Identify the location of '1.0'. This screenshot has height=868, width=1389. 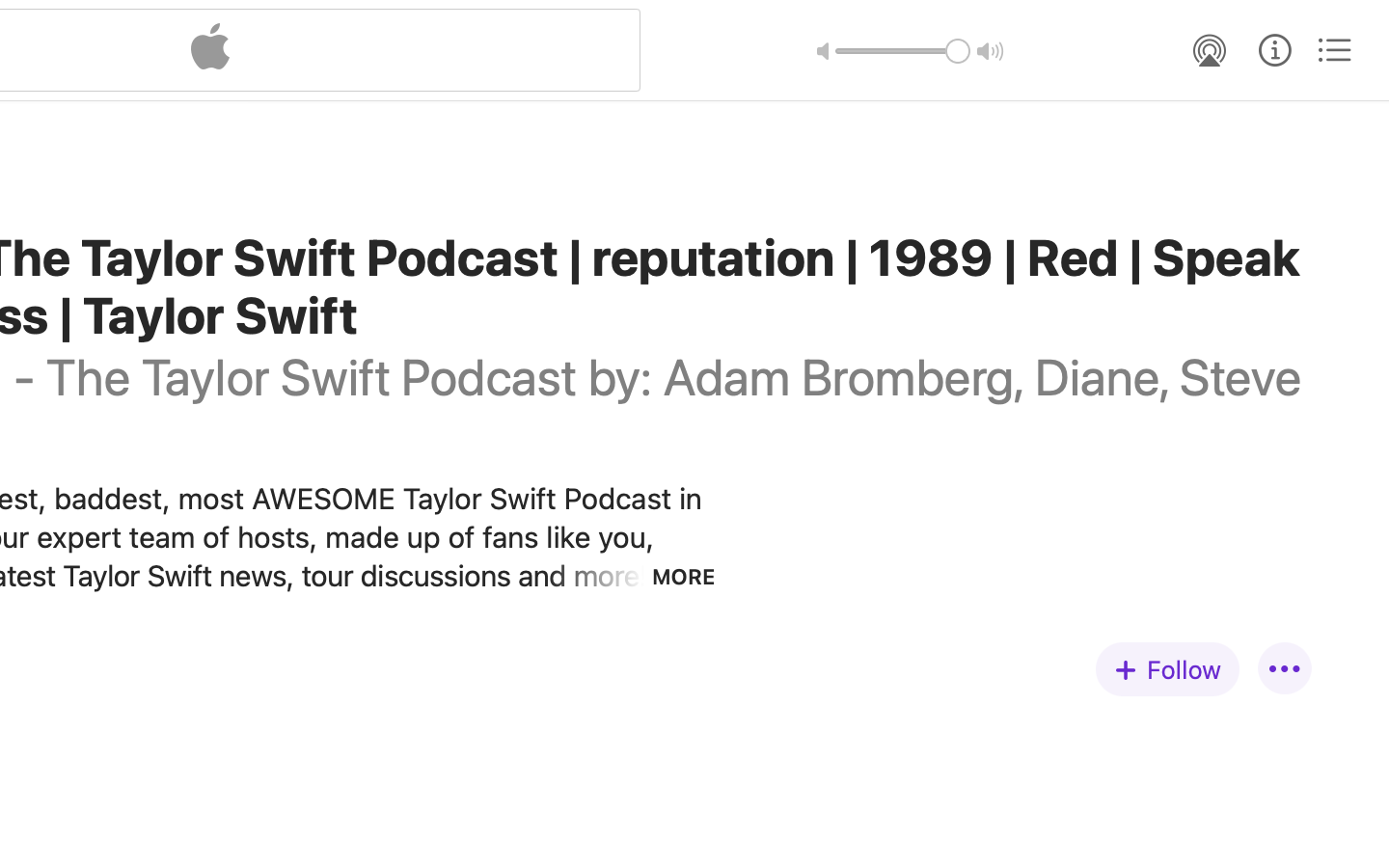
(903, 50).